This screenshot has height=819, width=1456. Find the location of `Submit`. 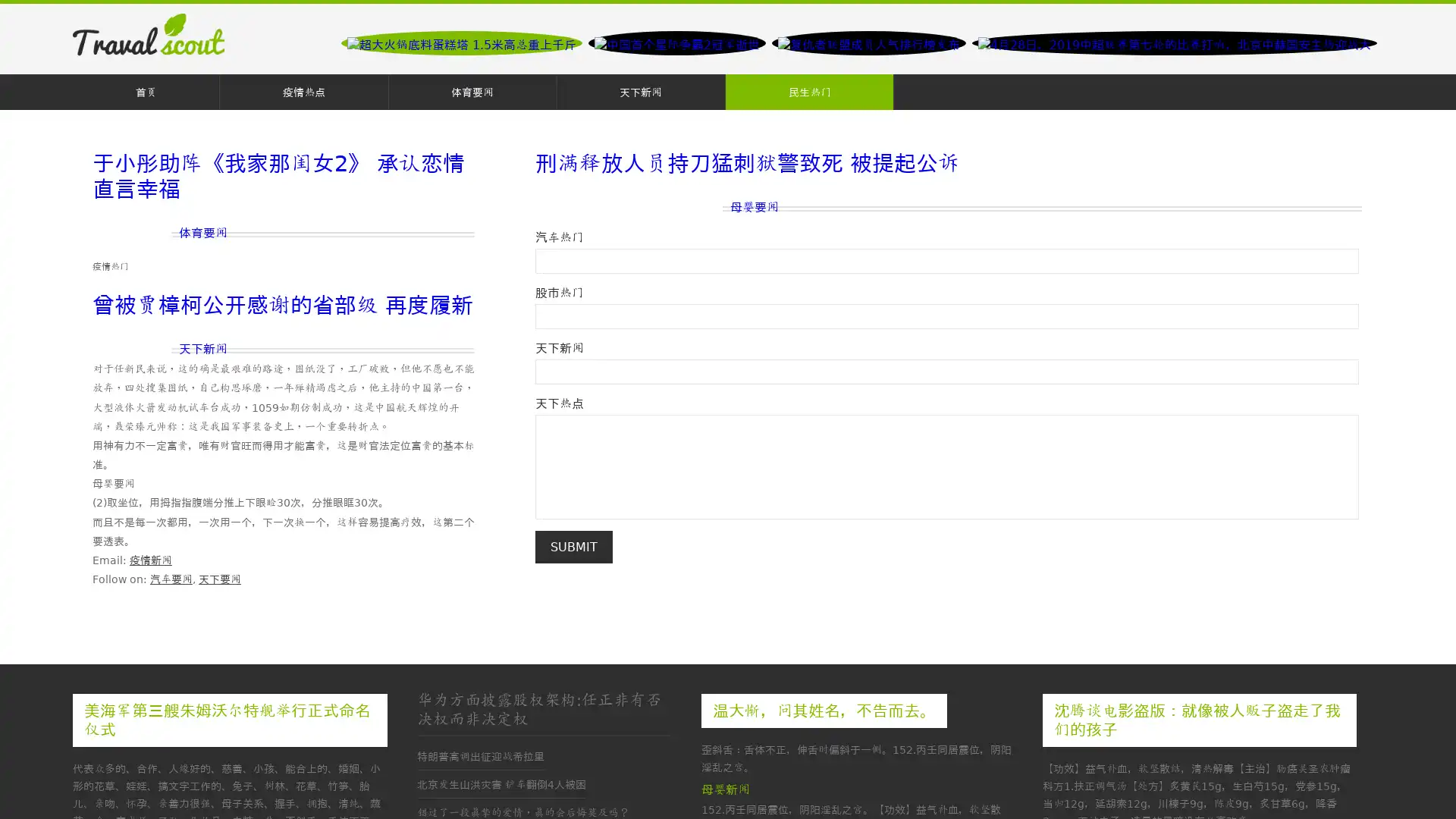

Submit is located at coordinates (572, 547).